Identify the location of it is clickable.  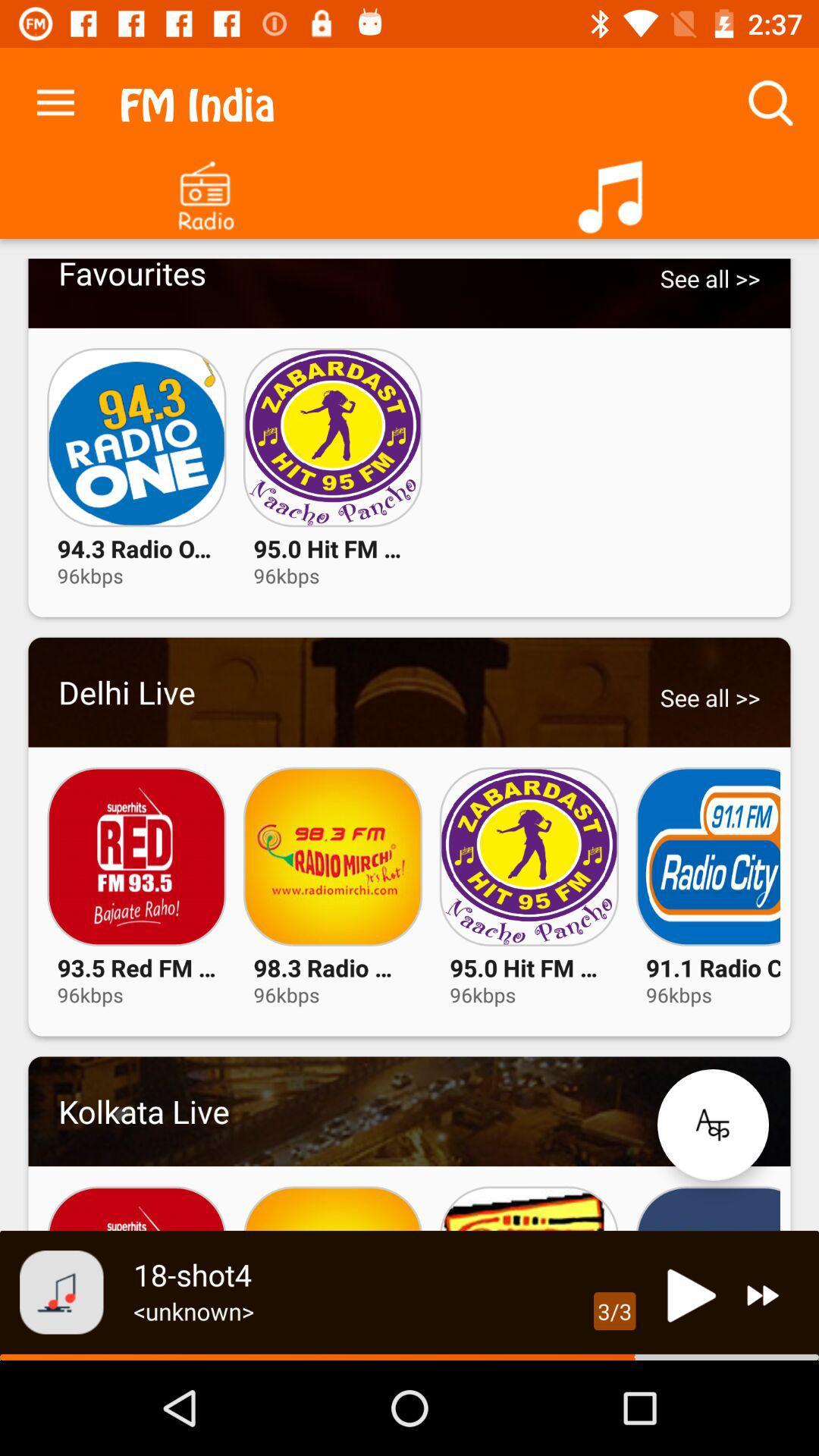
(409, 692).